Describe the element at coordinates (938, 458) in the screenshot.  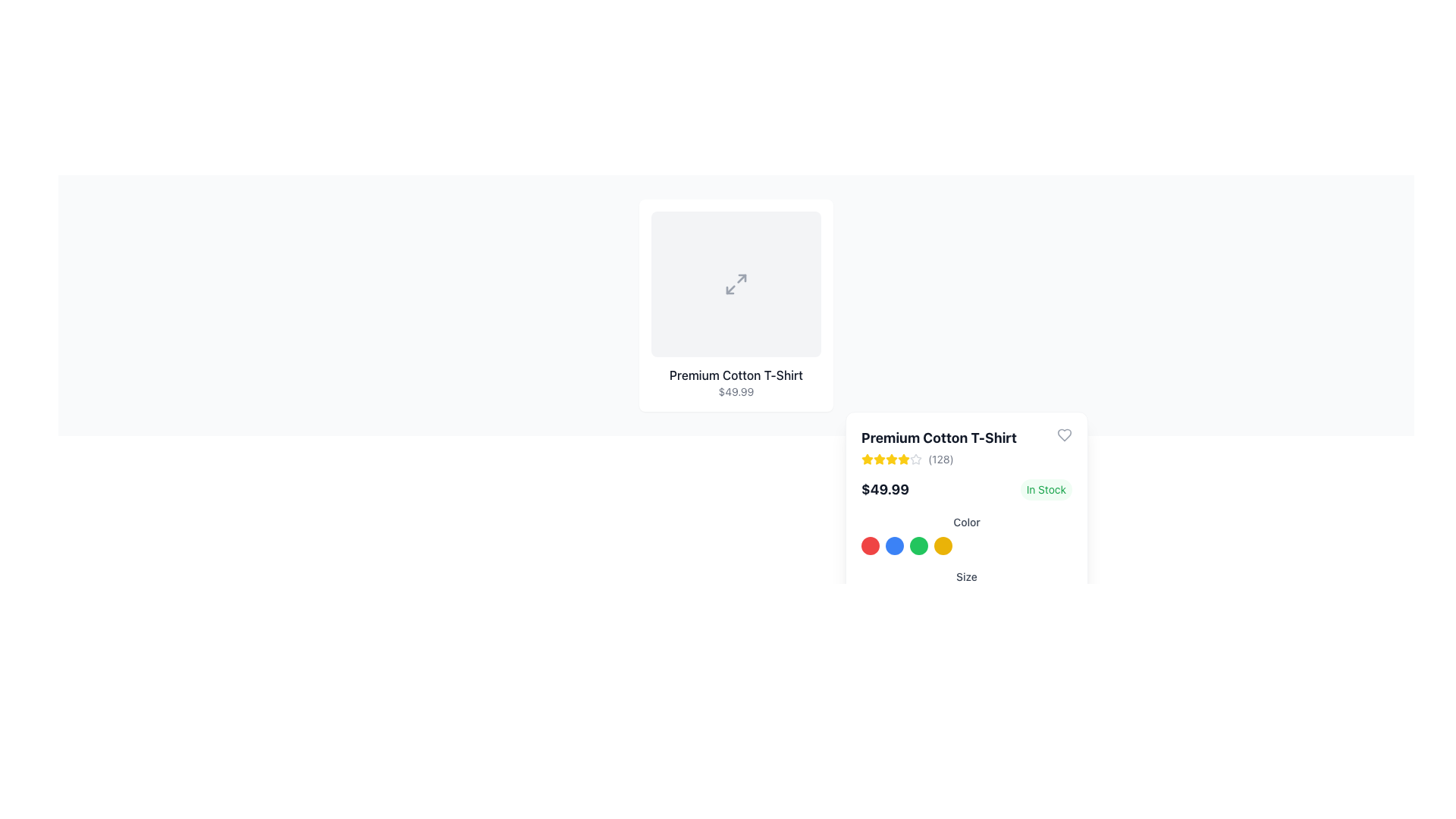
I see `the Text Display showing '(128)'` at that location.